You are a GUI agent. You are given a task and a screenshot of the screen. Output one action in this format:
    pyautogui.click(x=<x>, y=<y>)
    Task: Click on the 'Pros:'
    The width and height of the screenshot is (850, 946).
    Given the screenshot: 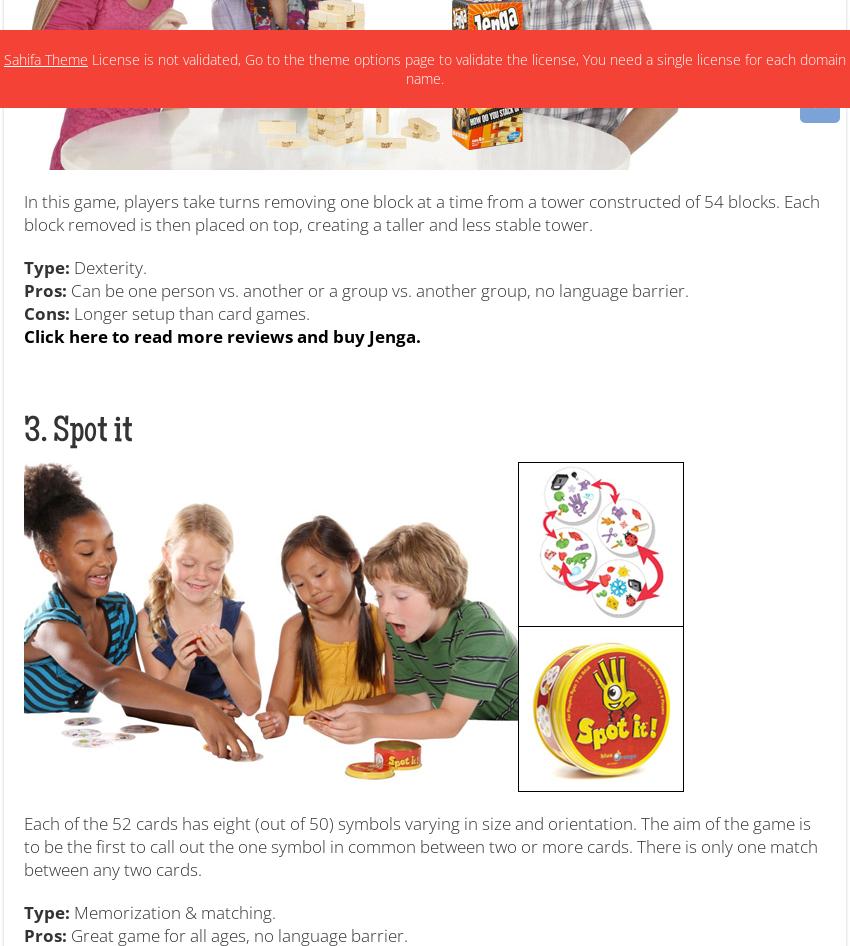 What is the action you would take?
    pyautogui.click(x=45, y=288)
    